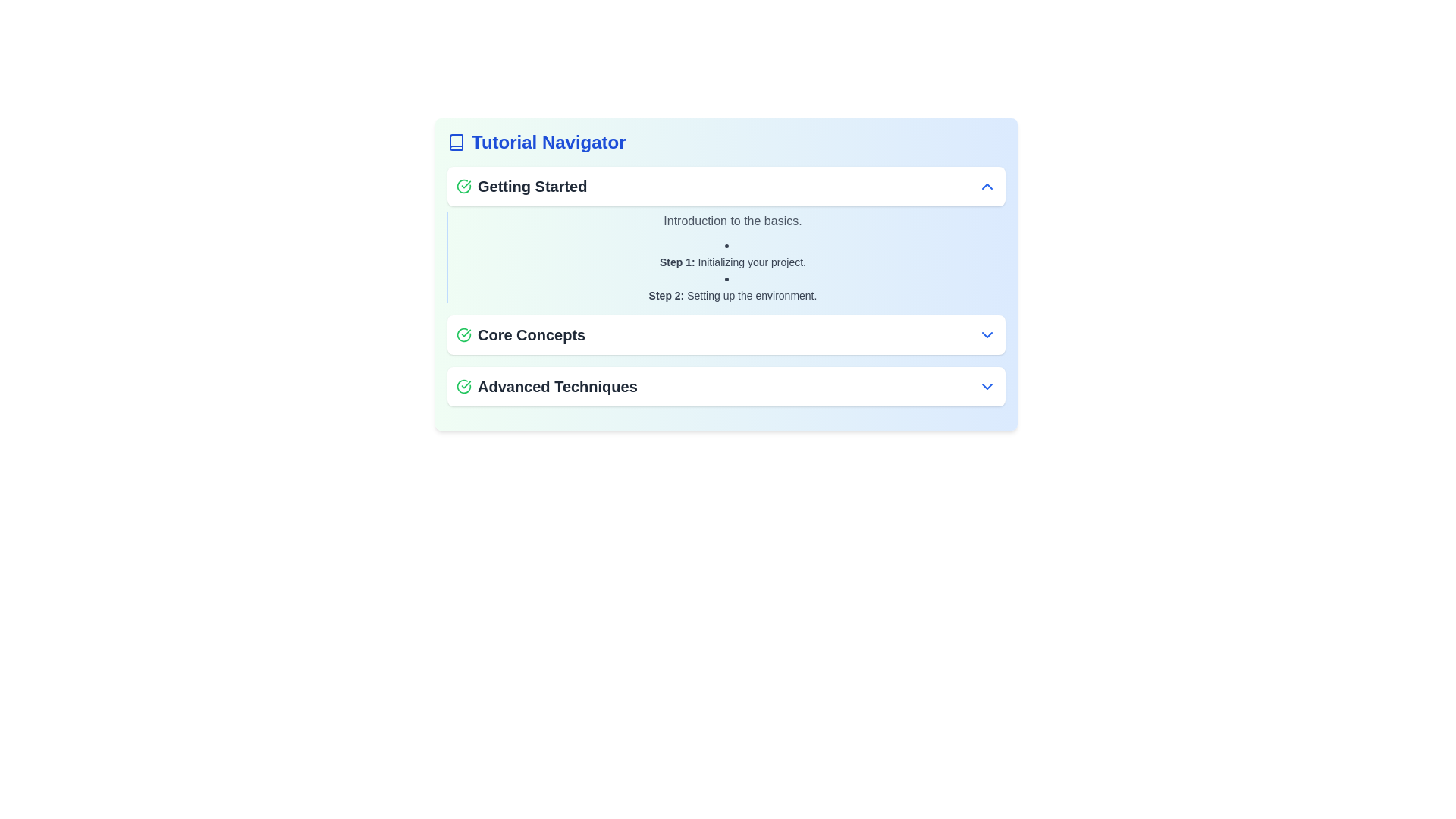 The image size is (1456, 819). What do you see at coordinates (733, 253) in the screenshot?
I see `the instructional text label positioned between 'Introduction to the basics' and 'Step 2: Setting up the environment' for emphasis` at bounding box center [733, 253].